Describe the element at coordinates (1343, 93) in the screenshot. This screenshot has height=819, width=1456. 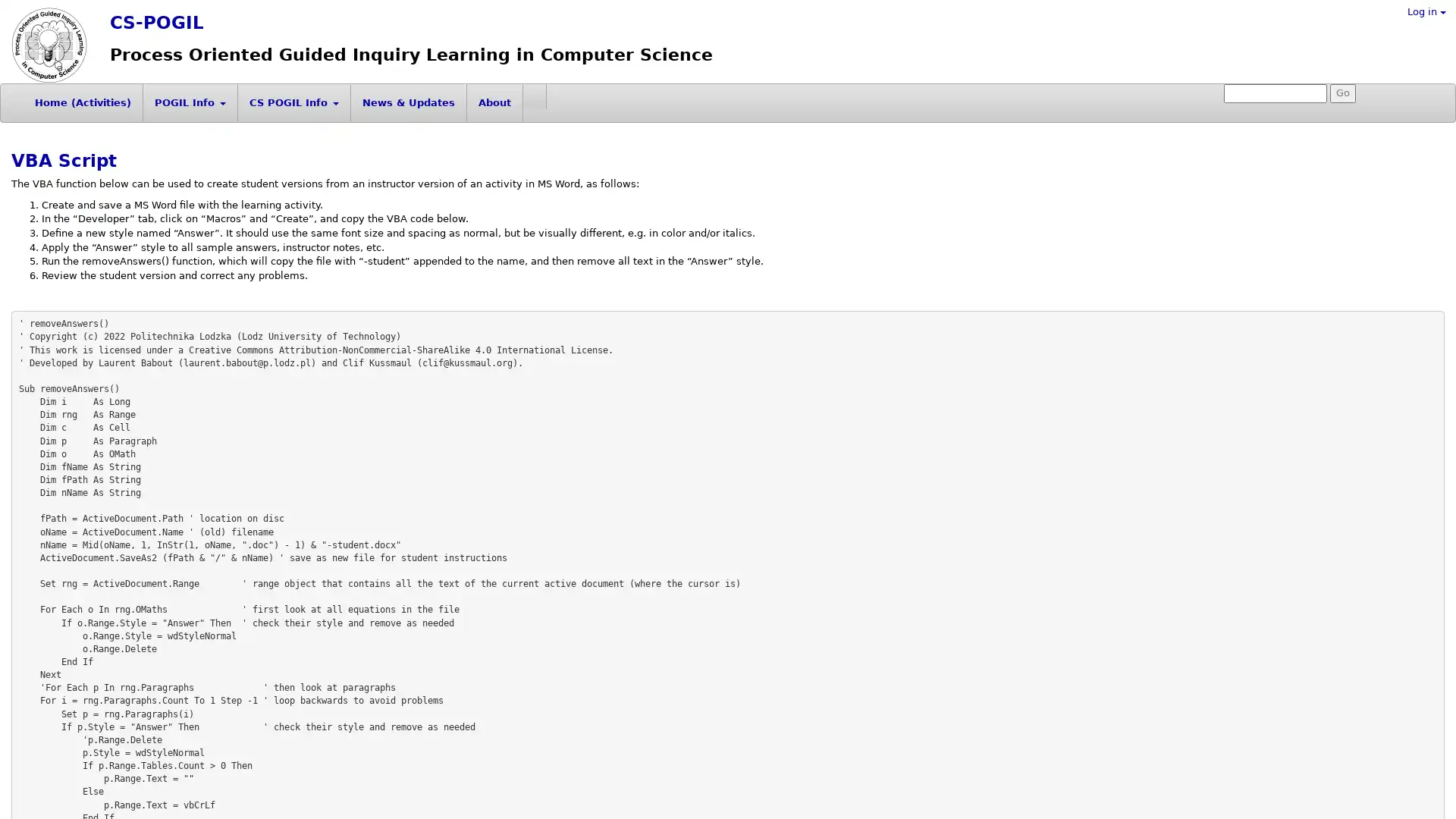
I see `Go` at that location.